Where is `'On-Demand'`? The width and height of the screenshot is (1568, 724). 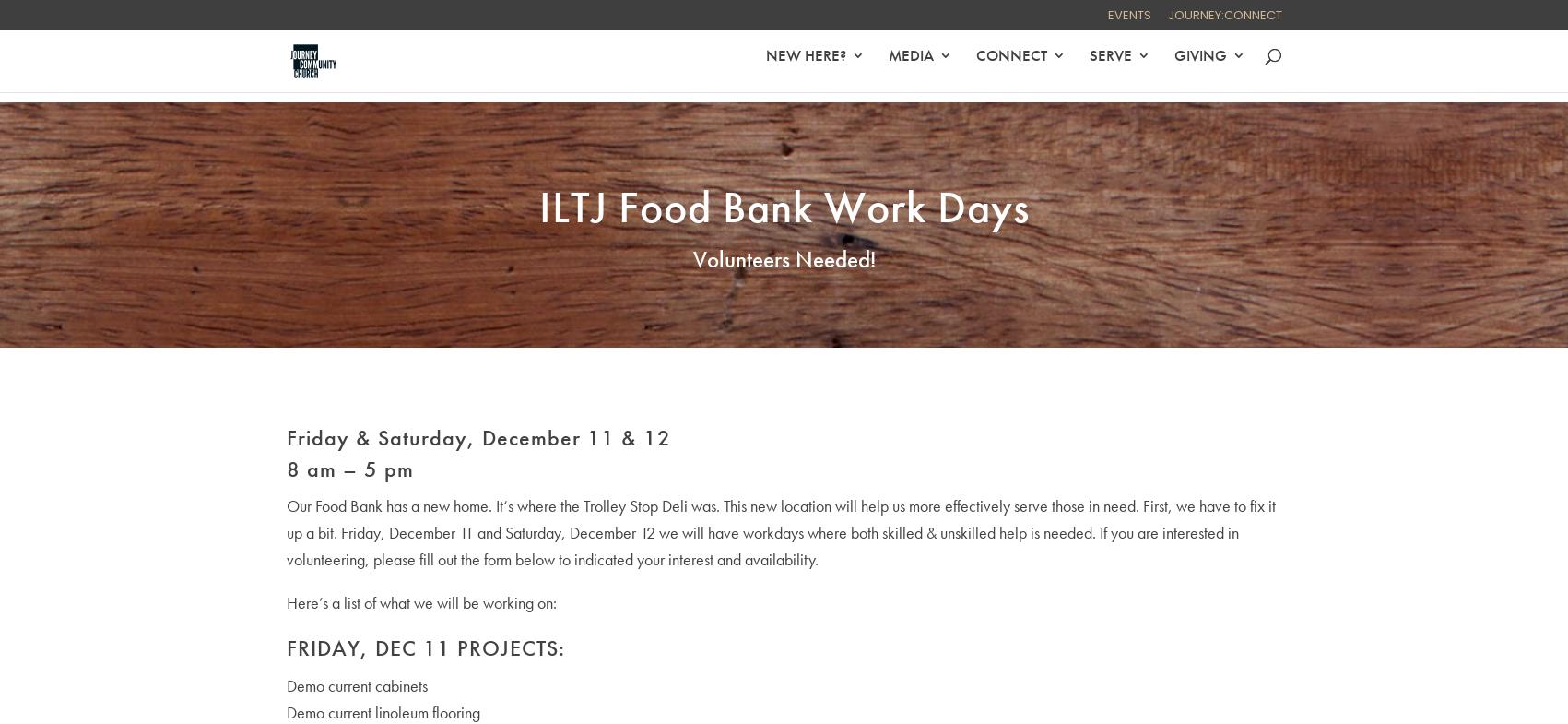 'On-Demand' is located at coordinates (962, 178).